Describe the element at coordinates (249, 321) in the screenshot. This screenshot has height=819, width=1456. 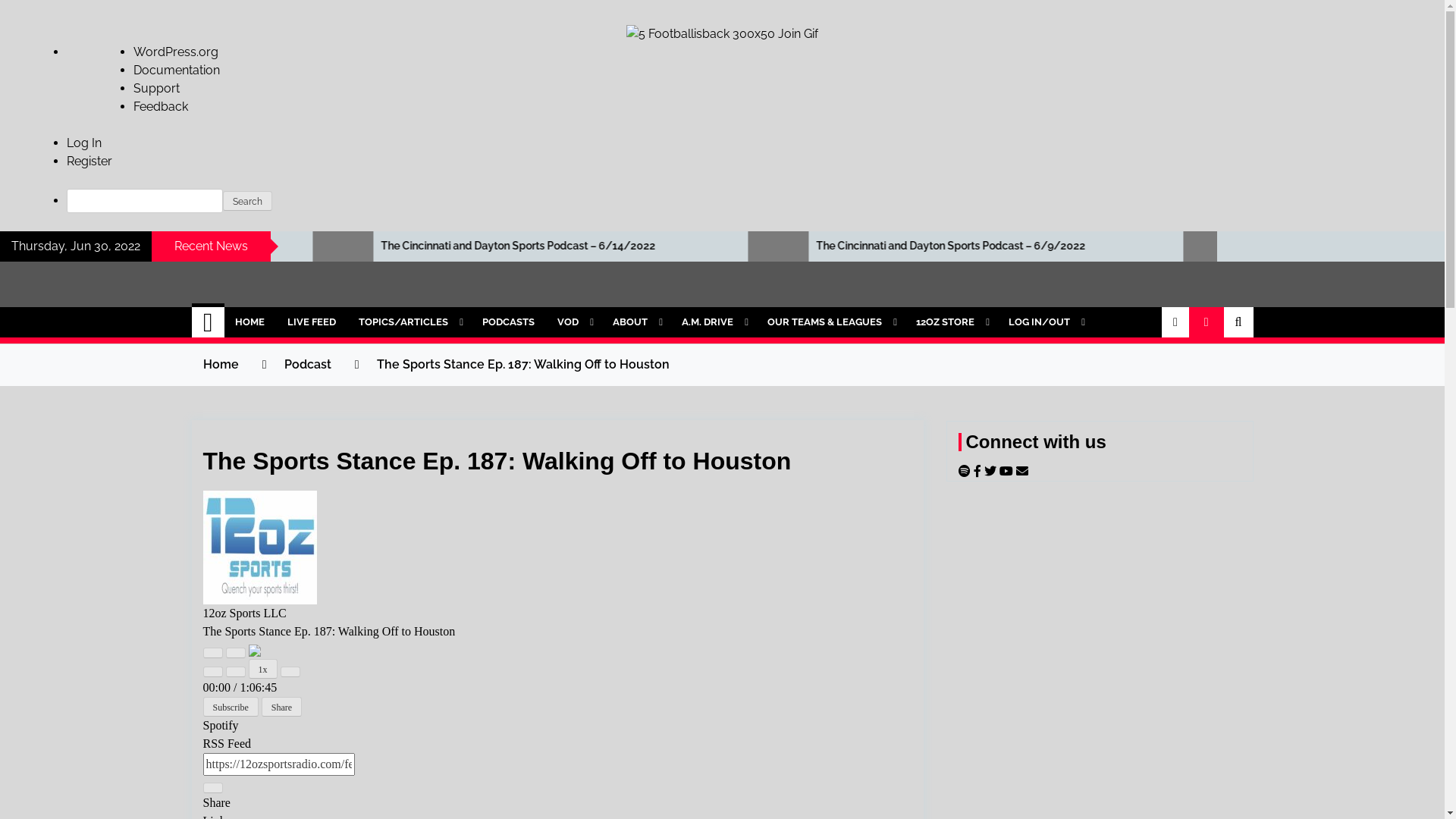
I see `'HOME'` at that location.